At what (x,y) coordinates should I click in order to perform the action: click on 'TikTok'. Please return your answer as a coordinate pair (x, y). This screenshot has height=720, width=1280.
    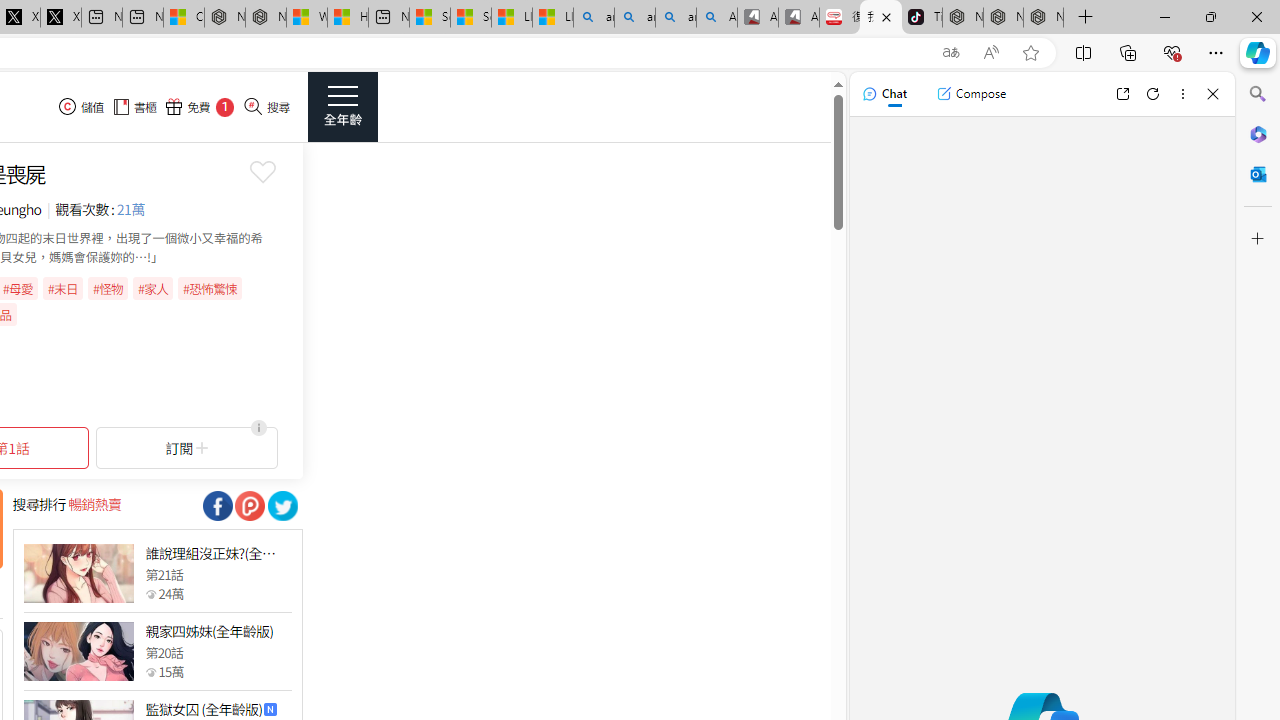
    Looking at the image, I should click on (921, 17).